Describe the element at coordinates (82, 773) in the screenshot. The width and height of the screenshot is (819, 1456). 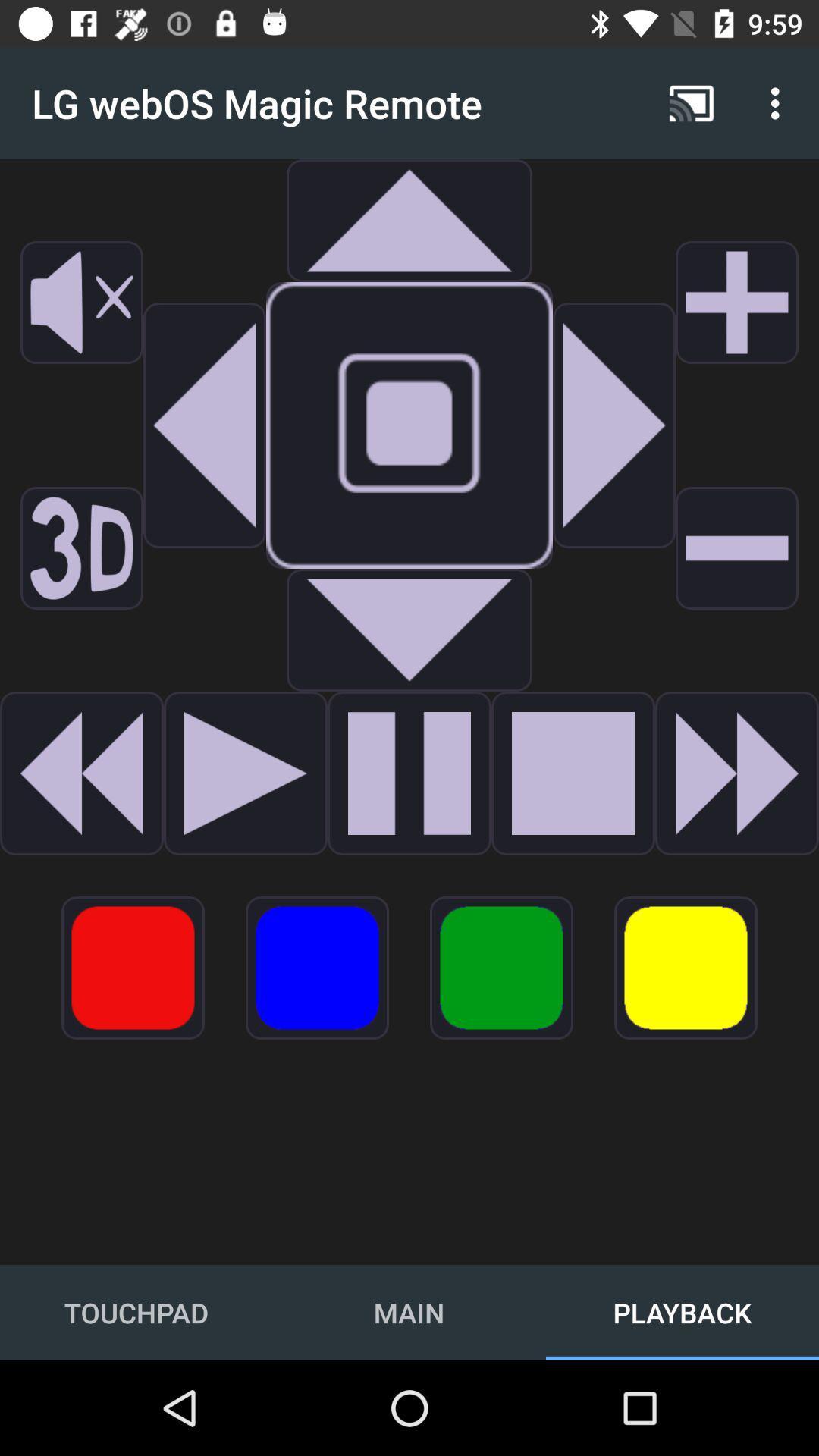
I see `the av_rewind icon` at that location.